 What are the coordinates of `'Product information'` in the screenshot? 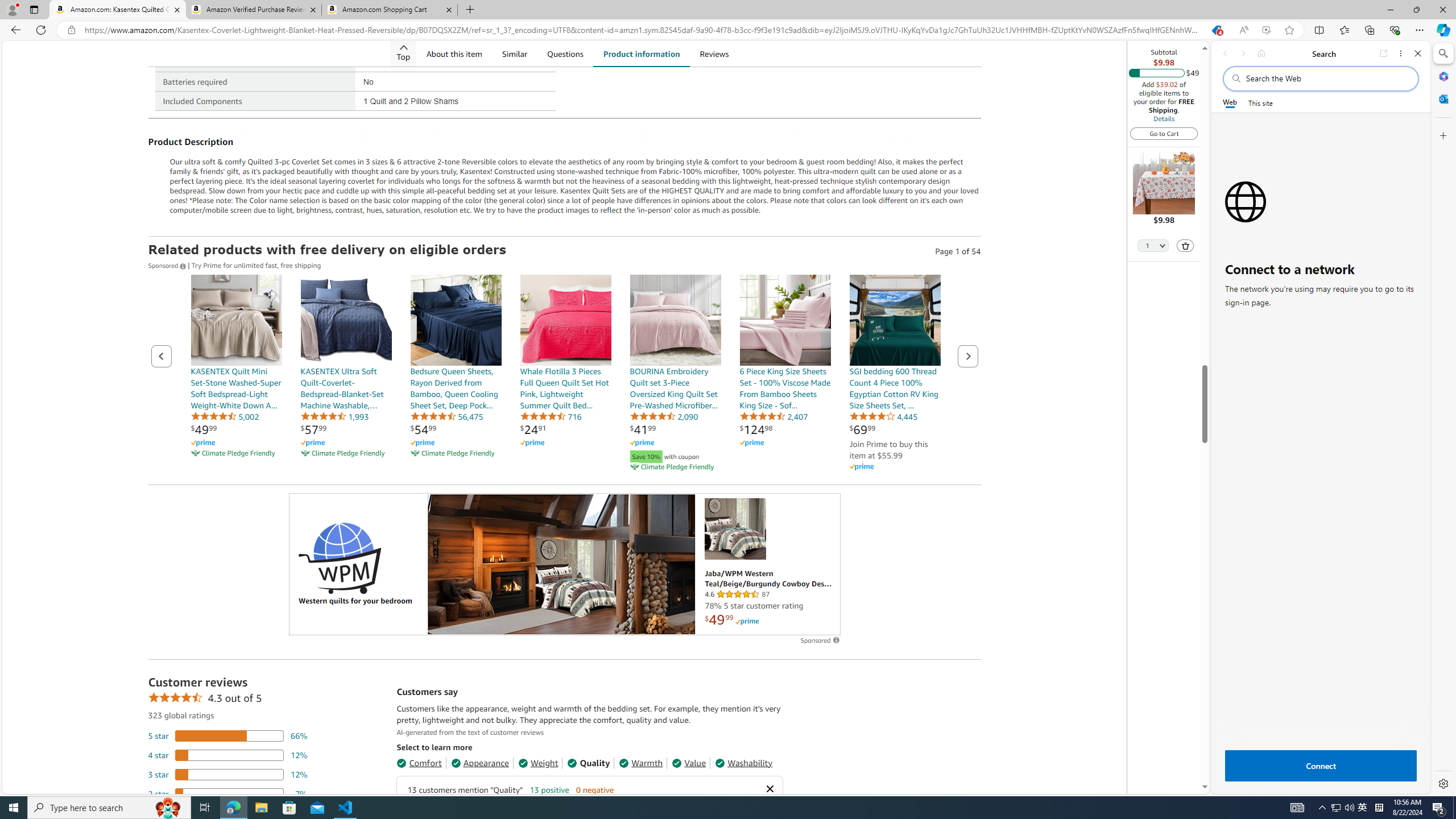 It's located at (640, 53).